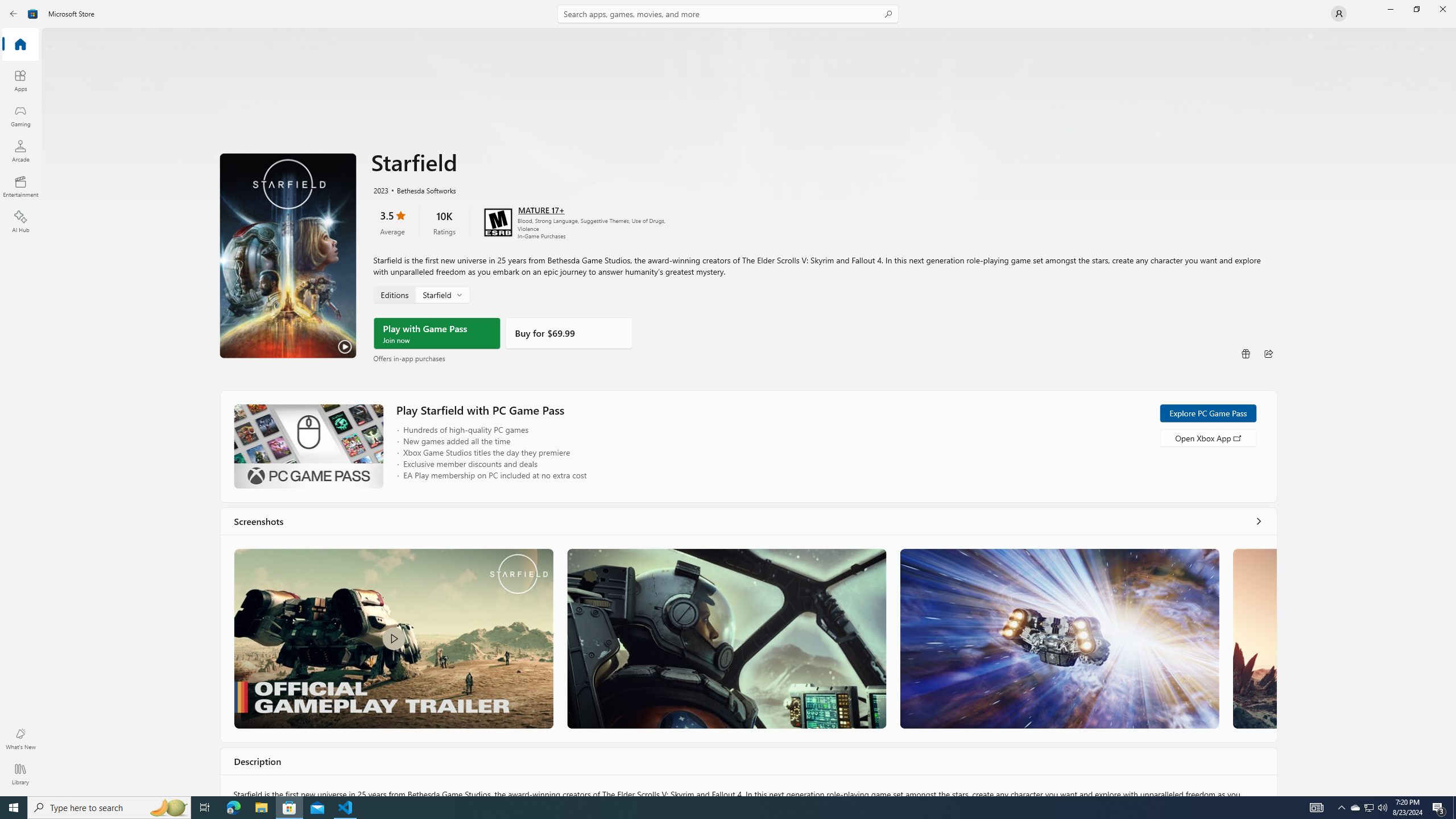  Describe the element at coordinates (1259, 520) in the screenshot. I see `'See all'` at that location.